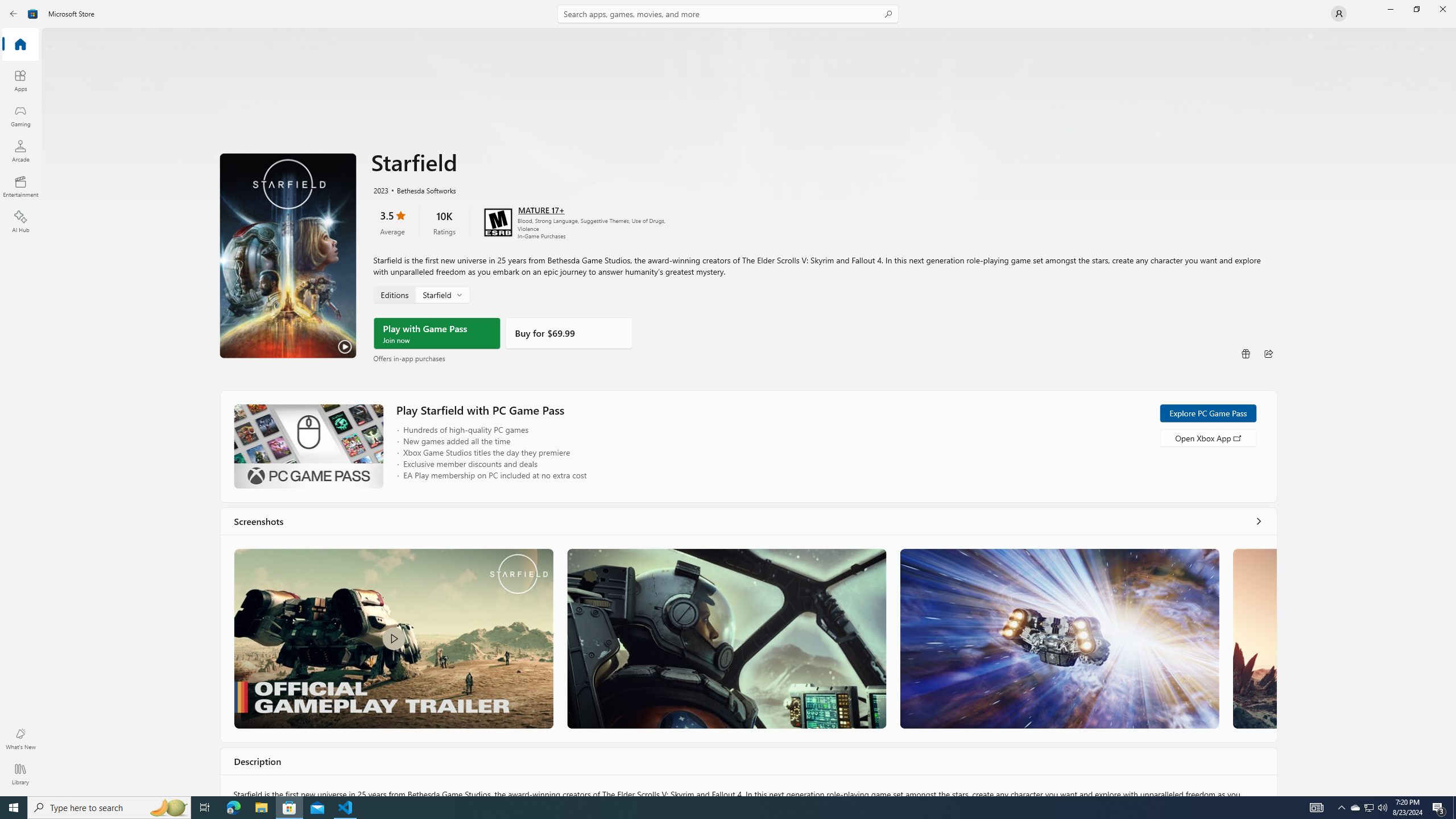  Describe the element at coordinates (1259, 520) in the screenshot. I see `'See all'` at that location.